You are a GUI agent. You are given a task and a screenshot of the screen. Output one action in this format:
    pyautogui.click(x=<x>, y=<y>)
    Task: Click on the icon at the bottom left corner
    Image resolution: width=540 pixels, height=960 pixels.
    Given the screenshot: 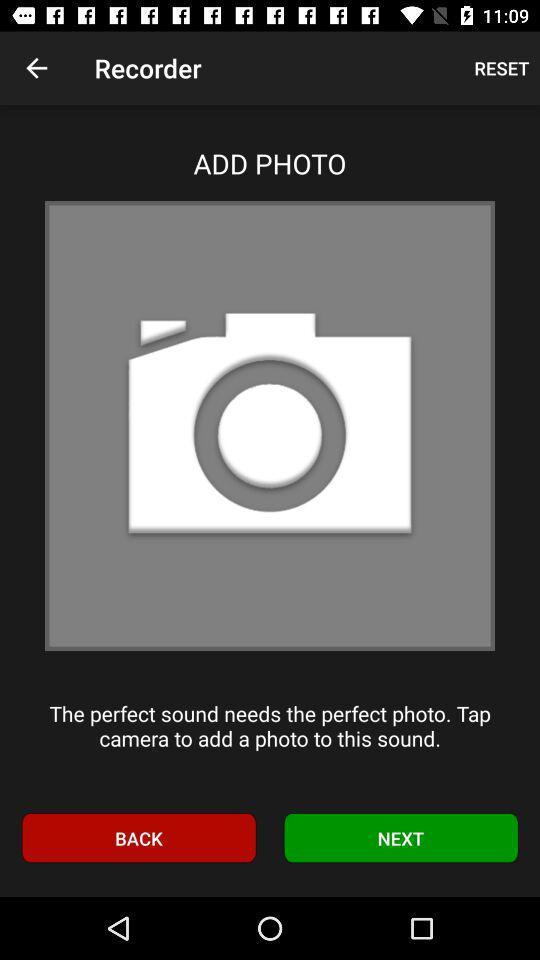 What is the action you would take?
    pyautogui.click(x=137, y=838)
    